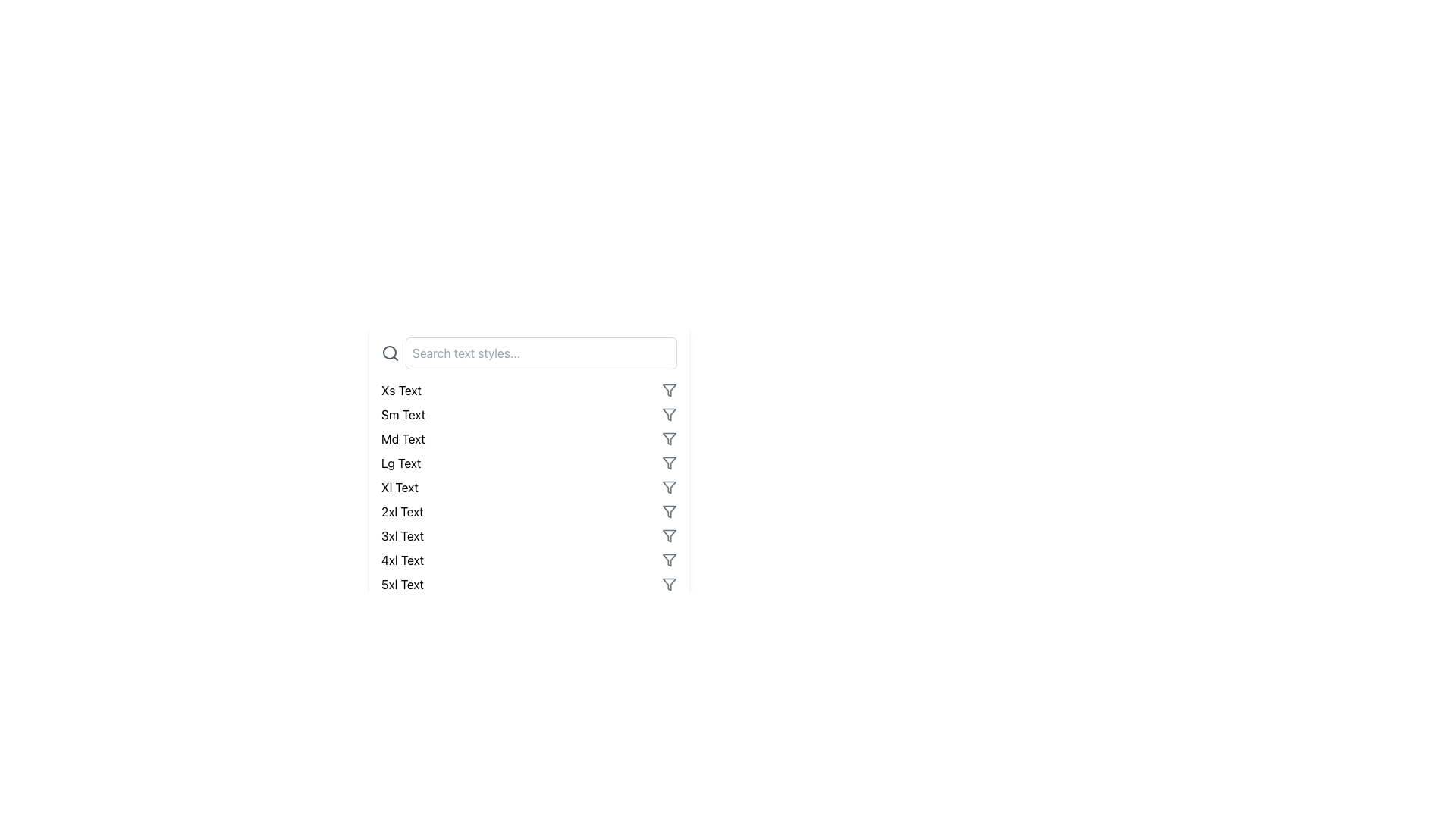  What do you see at coordinates (669, 488) in the screenshot?
I see `the triangular icon in the 5th position of the list of icons` at bounding box center [669, 488].